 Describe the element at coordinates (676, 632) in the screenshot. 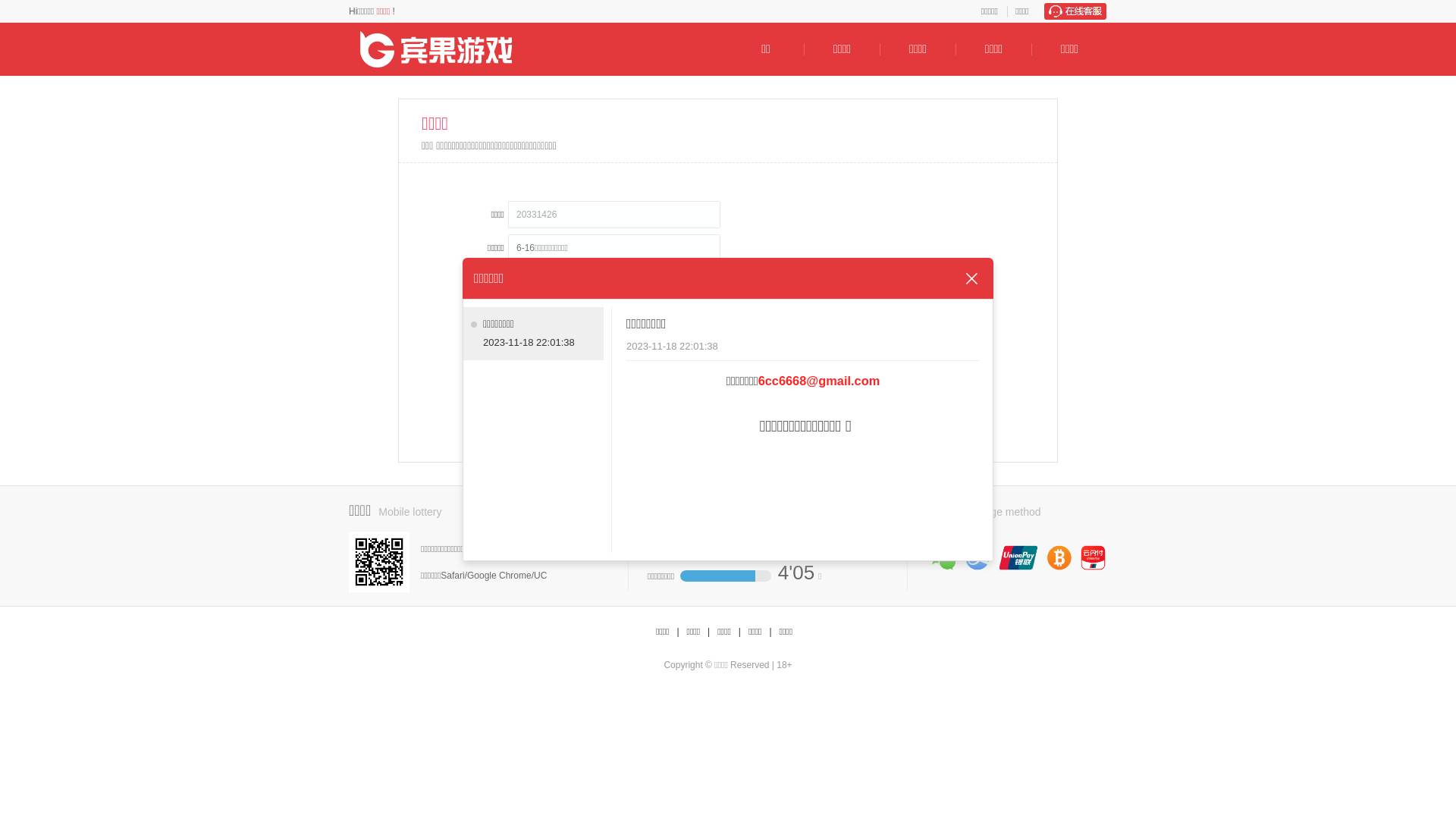

I see `'|'` at that location.